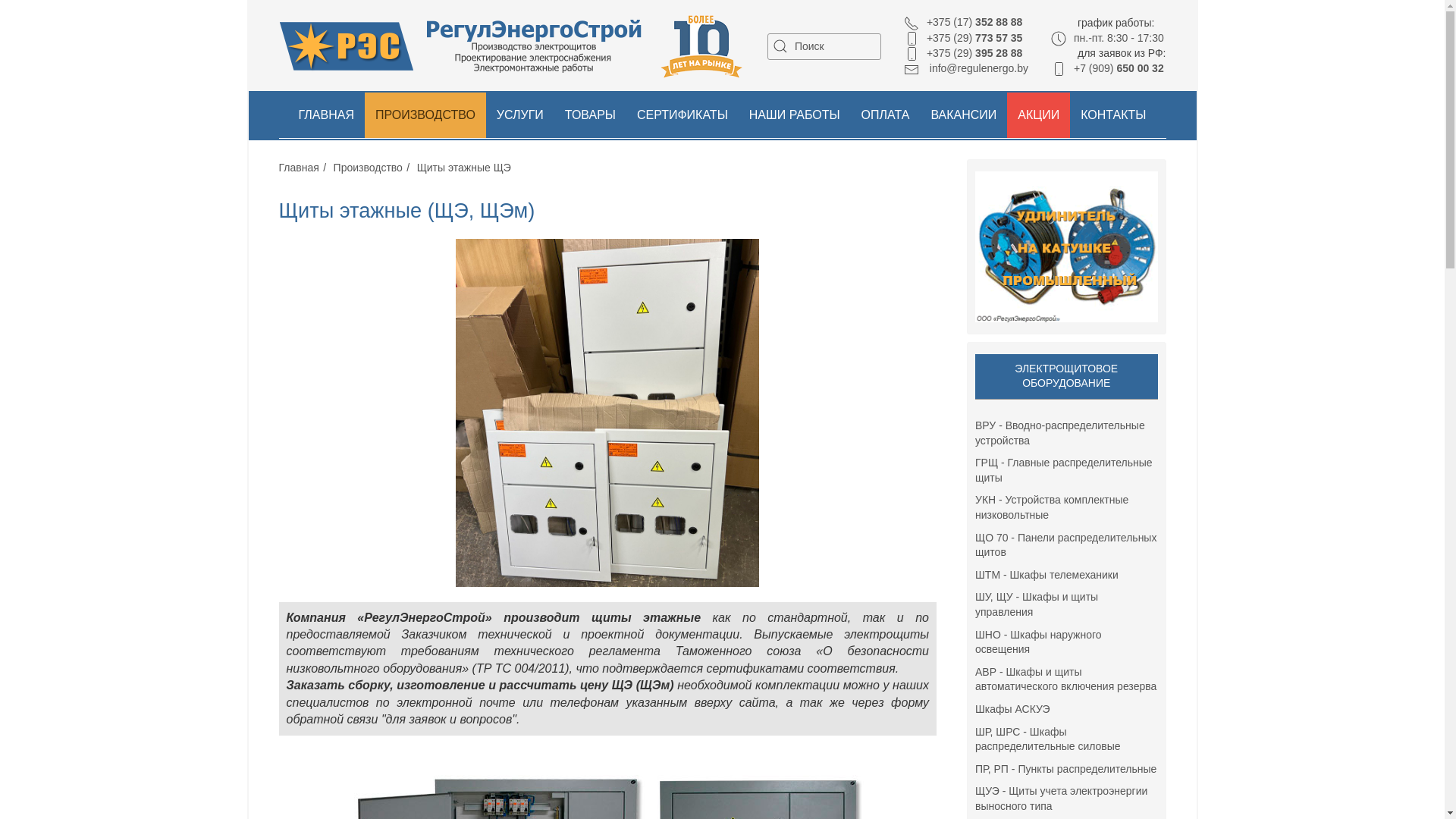  I want to click on '+375 (29) 773 57 35', so click(962, 37).